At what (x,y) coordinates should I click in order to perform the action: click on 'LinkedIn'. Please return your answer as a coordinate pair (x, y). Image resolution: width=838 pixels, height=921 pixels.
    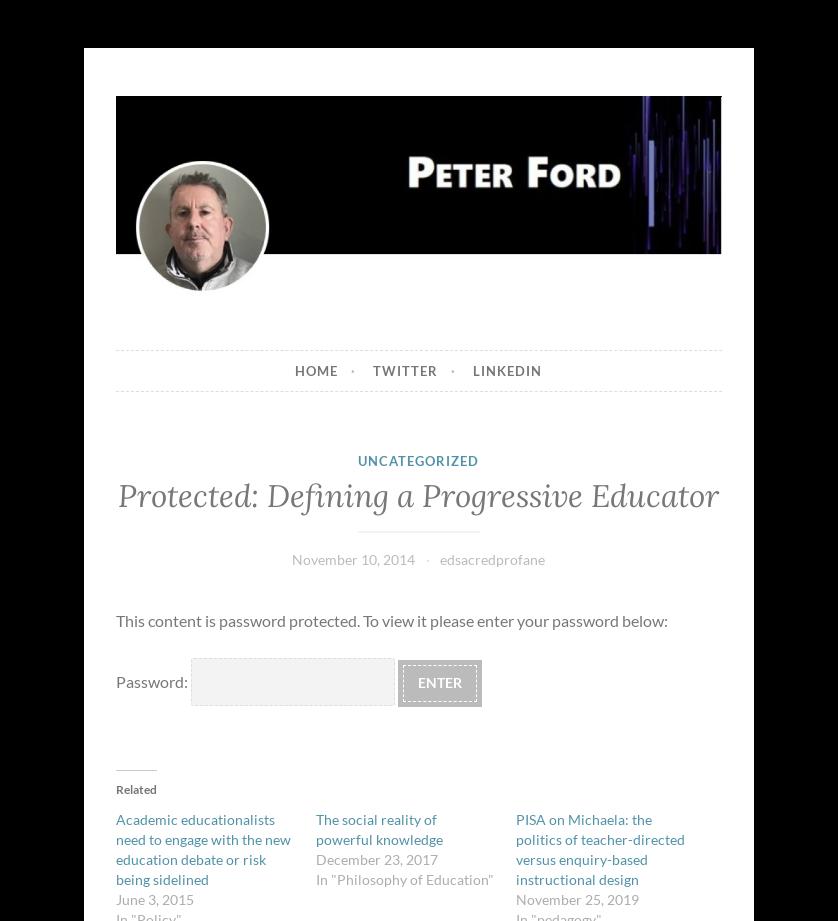
    Looking at the image, I should click on (507, 369).